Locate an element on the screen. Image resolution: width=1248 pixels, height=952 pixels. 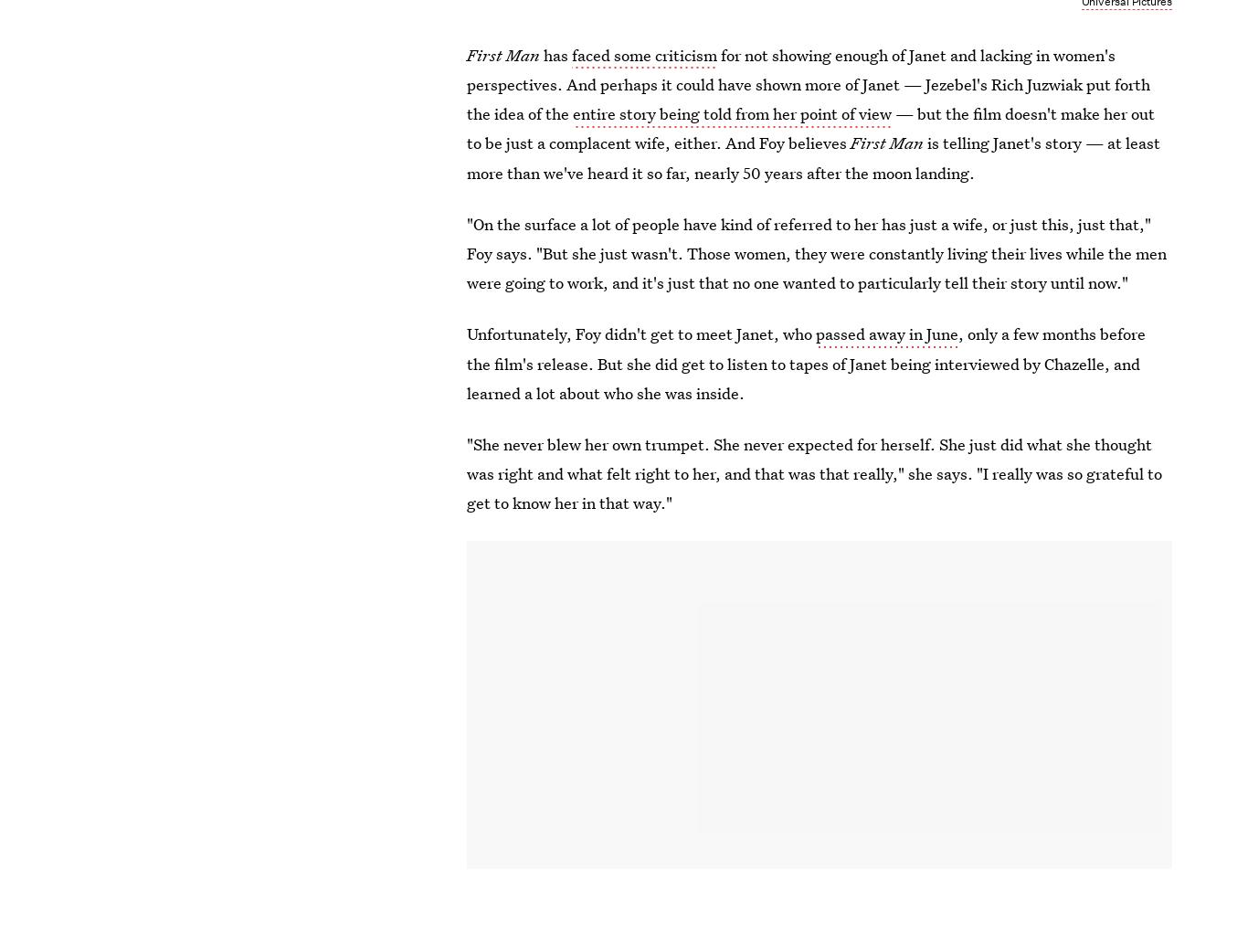
'has' is located at coordinates (556, 53).